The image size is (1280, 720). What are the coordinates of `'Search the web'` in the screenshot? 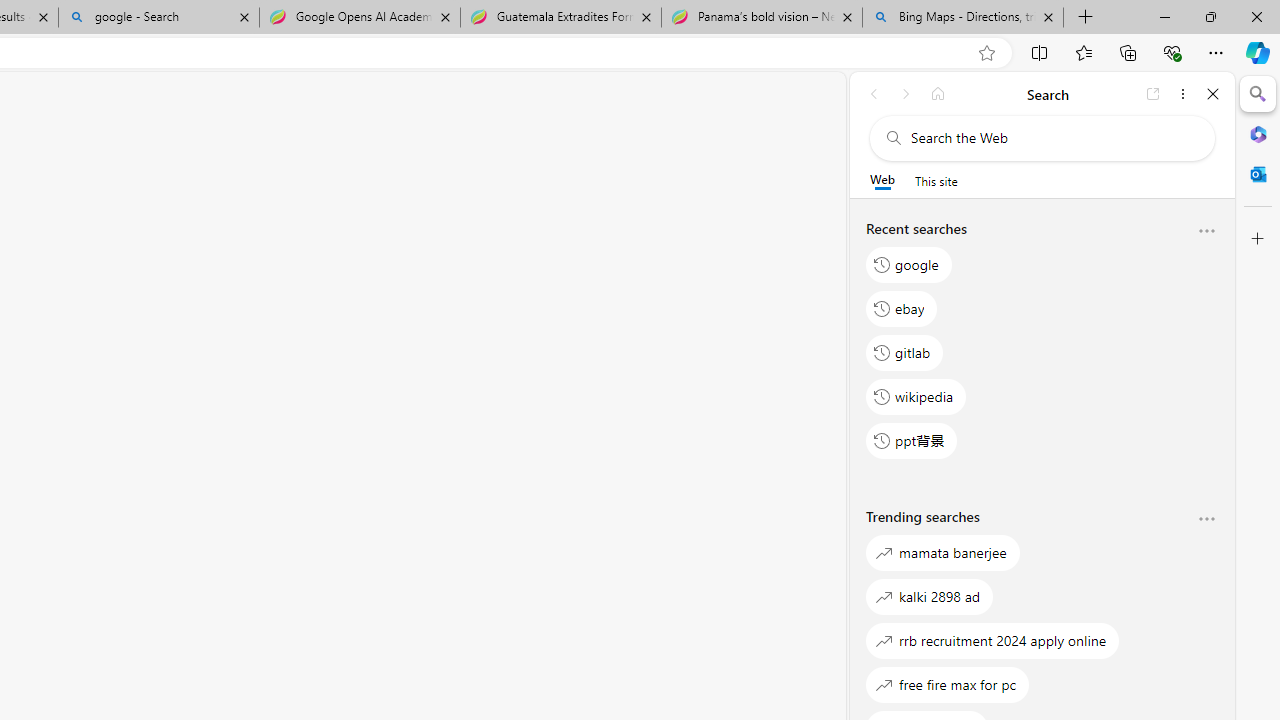 It's located at (1051, 137).